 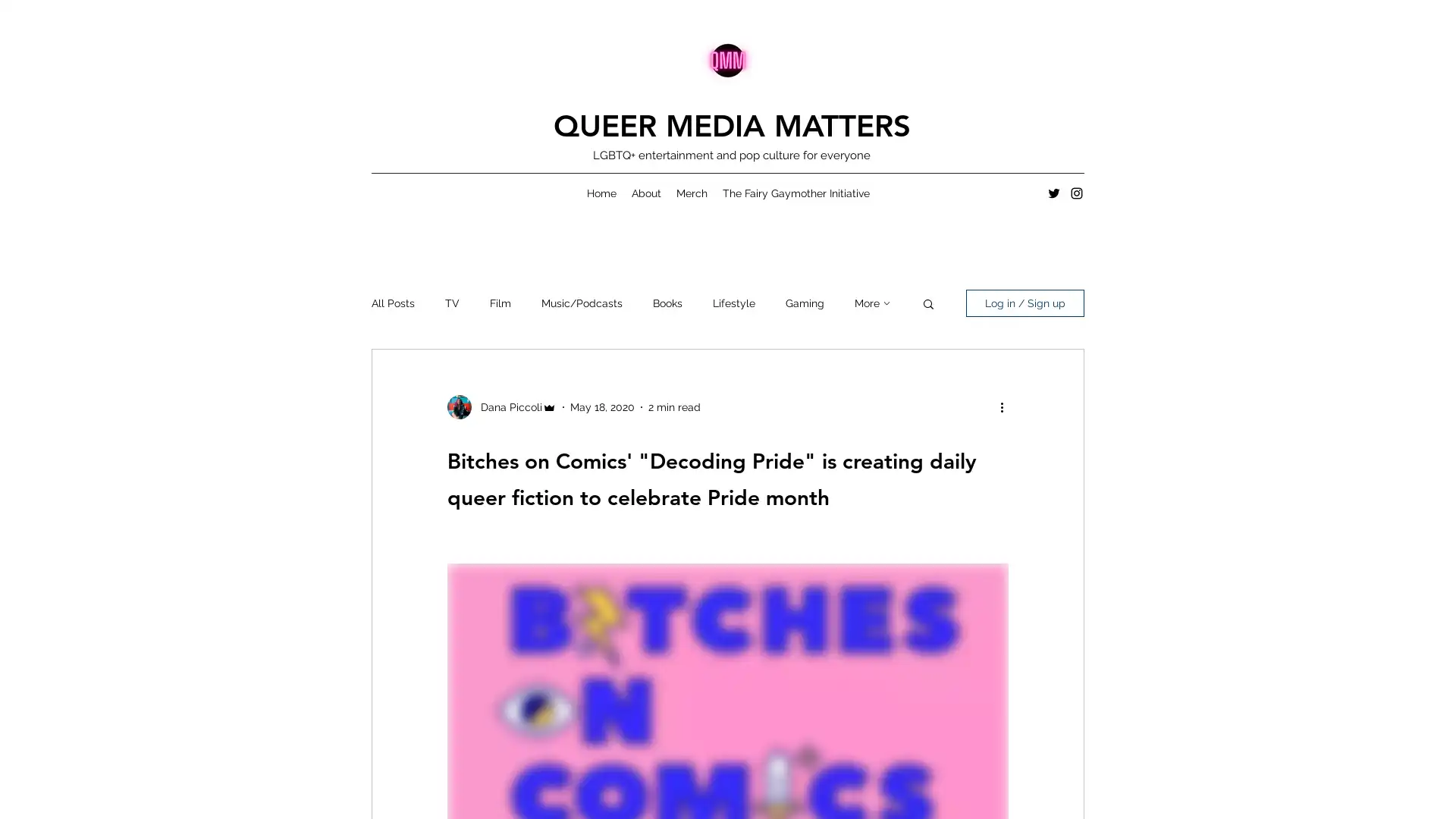 I want to click on Search, so click(x=927, y=305).